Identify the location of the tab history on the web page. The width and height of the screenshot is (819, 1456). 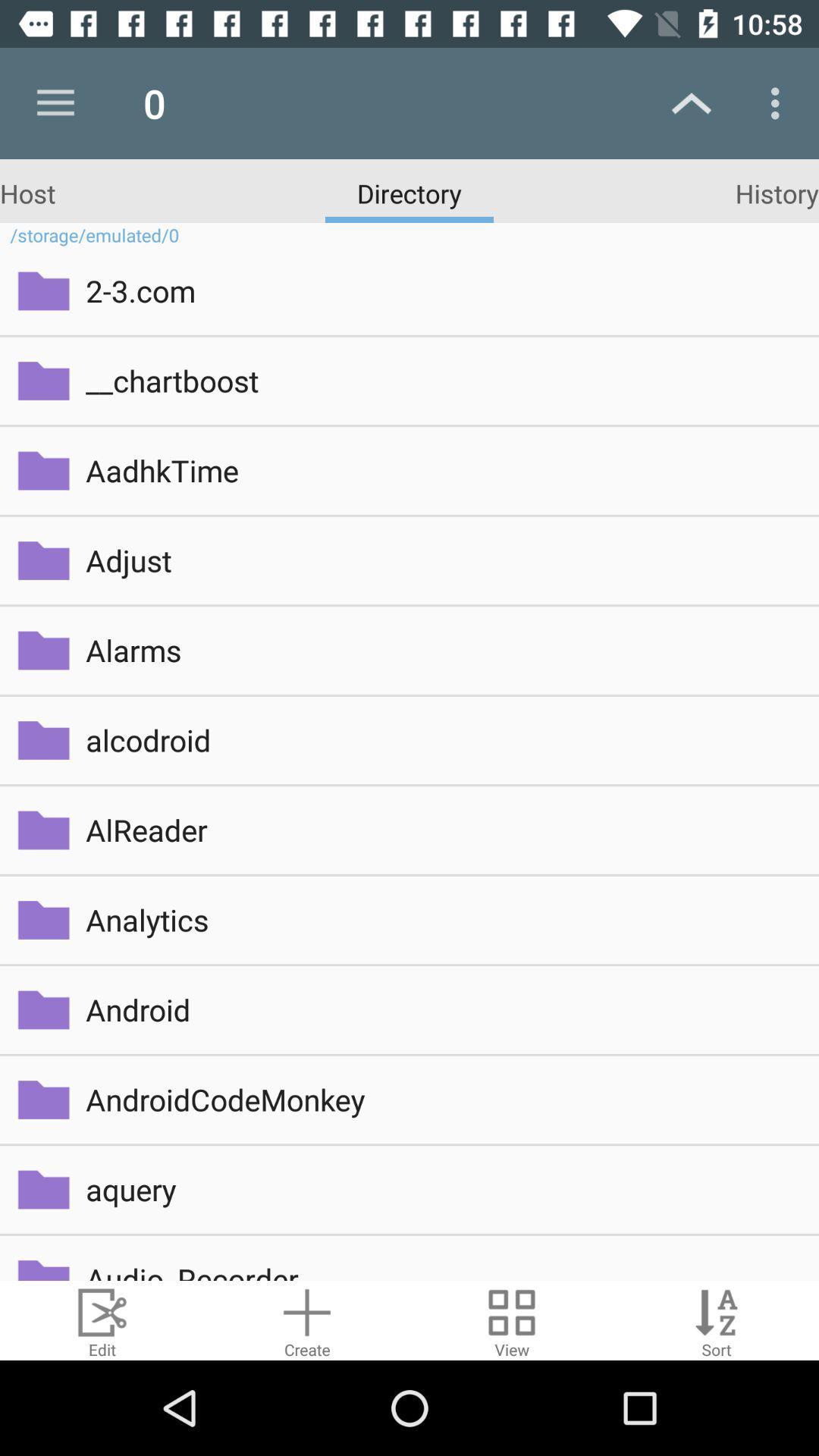
(777, 192).